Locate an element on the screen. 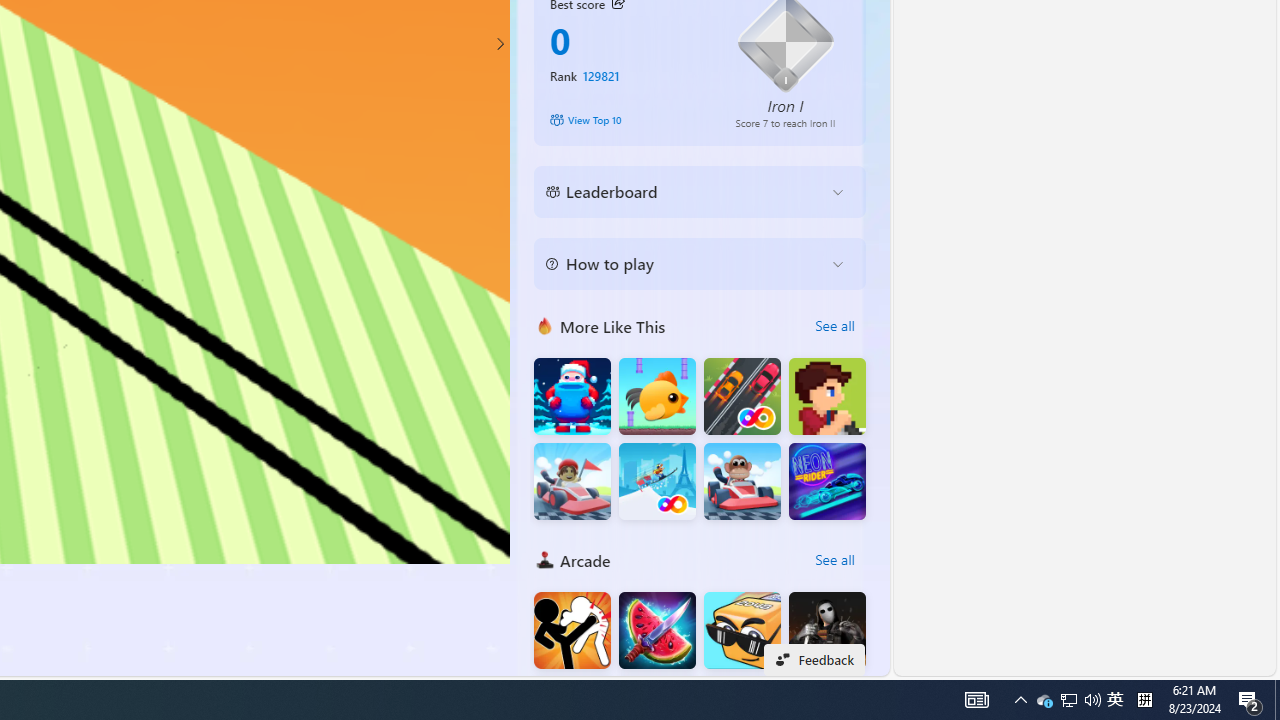 This screenshot has width=1280, height=720. 'Touch And Catch Santa' is located at coordinates (571, 396).